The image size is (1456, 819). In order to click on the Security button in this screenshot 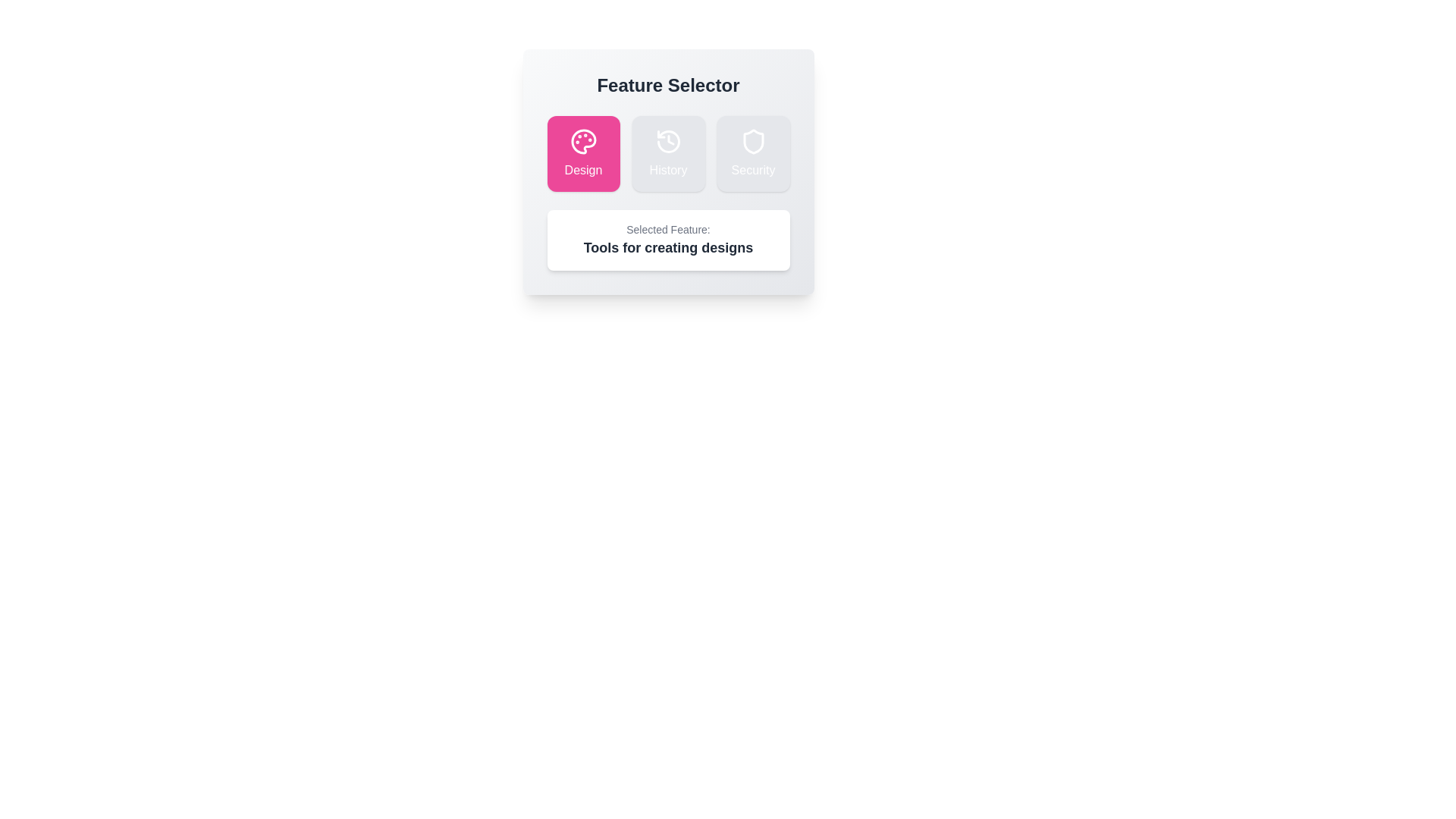, I will do `click(753, 154)`.